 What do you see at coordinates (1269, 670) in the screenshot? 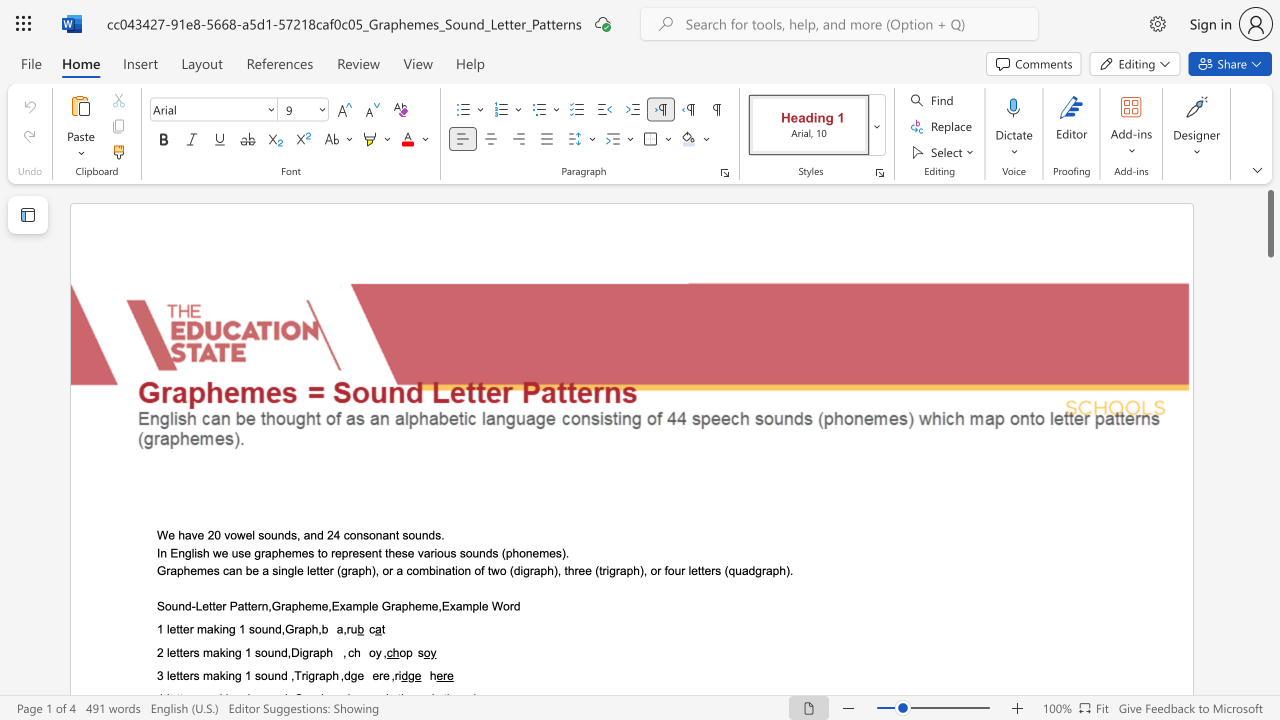
I see `the scrollbar on the right side to scroll the page down` at bounding box center [1269, 670].